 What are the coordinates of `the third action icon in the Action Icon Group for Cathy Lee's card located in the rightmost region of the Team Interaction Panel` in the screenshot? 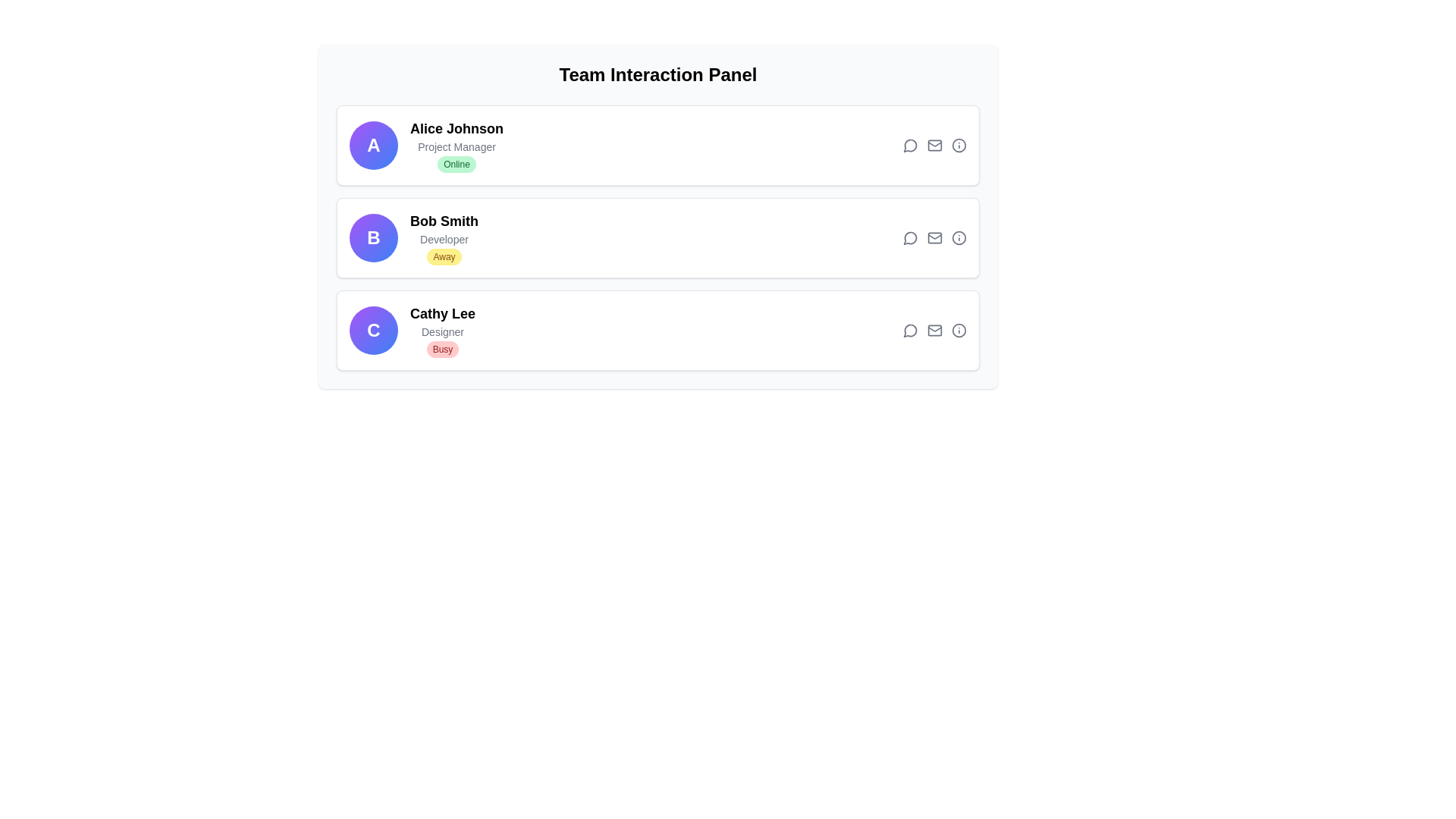 It's located at (934, 329).